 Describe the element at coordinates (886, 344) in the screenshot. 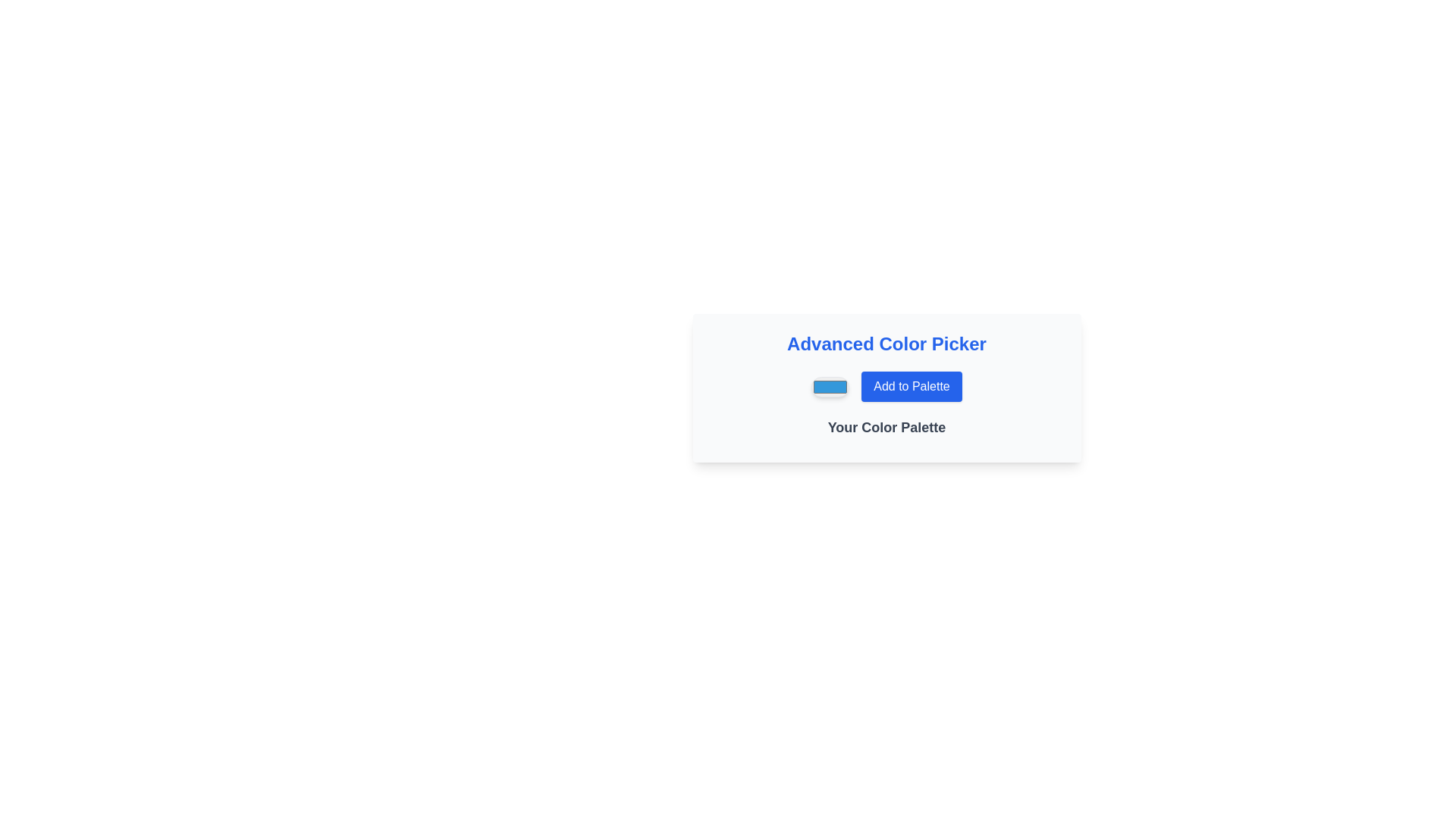

I see `header text labeled 'Advanced Color Picker' which is displayed in bold blue at the top of the panel, centered above the color selector and buttons` at that location.